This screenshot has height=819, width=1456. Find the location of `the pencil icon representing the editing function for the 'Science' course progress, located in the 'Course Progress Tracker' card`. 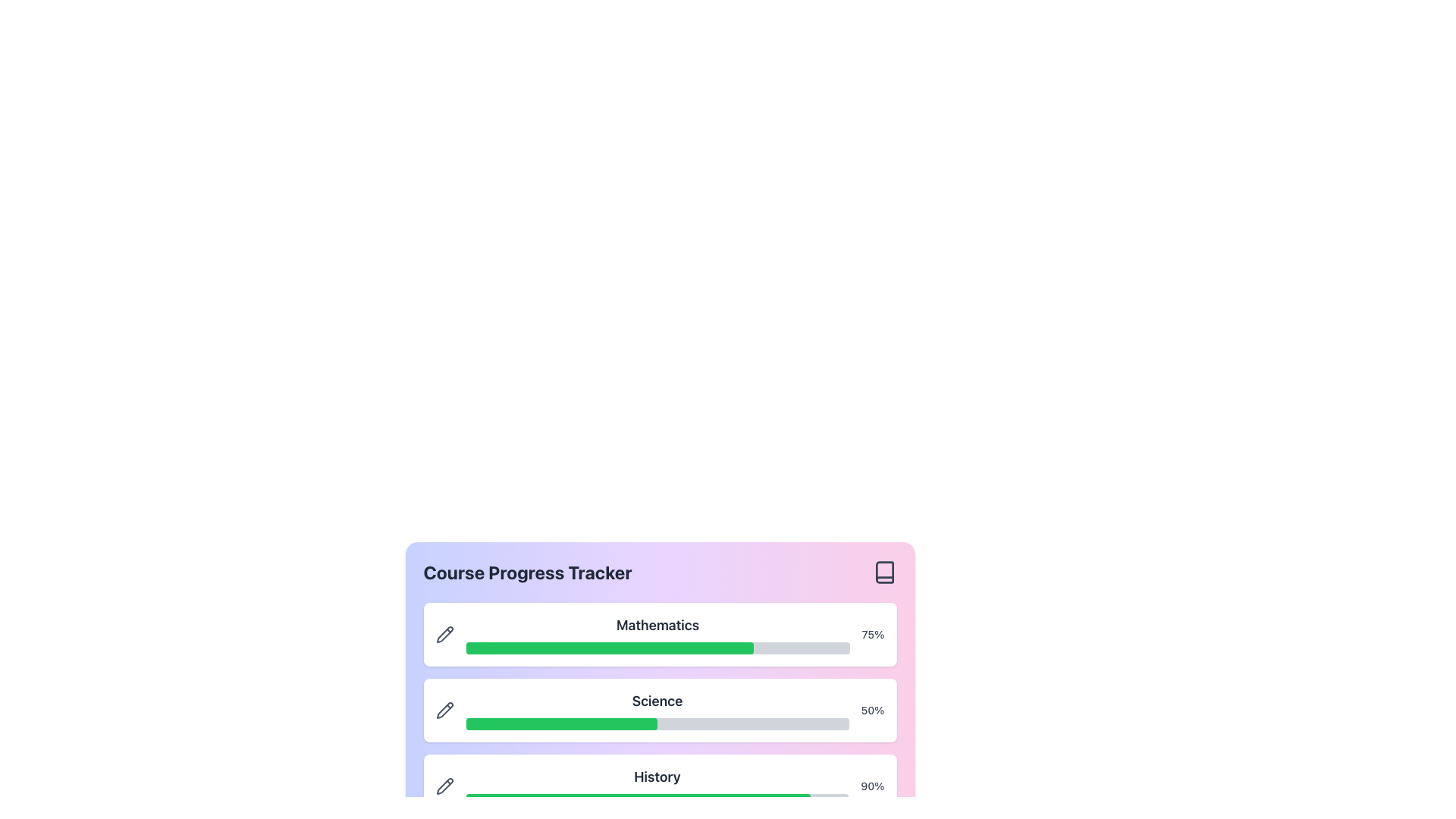

the pencil icon representing the editing function for the 'Science' course progress, located in the 'Course Progress Tracker' card is located at coordinates (444, 711).